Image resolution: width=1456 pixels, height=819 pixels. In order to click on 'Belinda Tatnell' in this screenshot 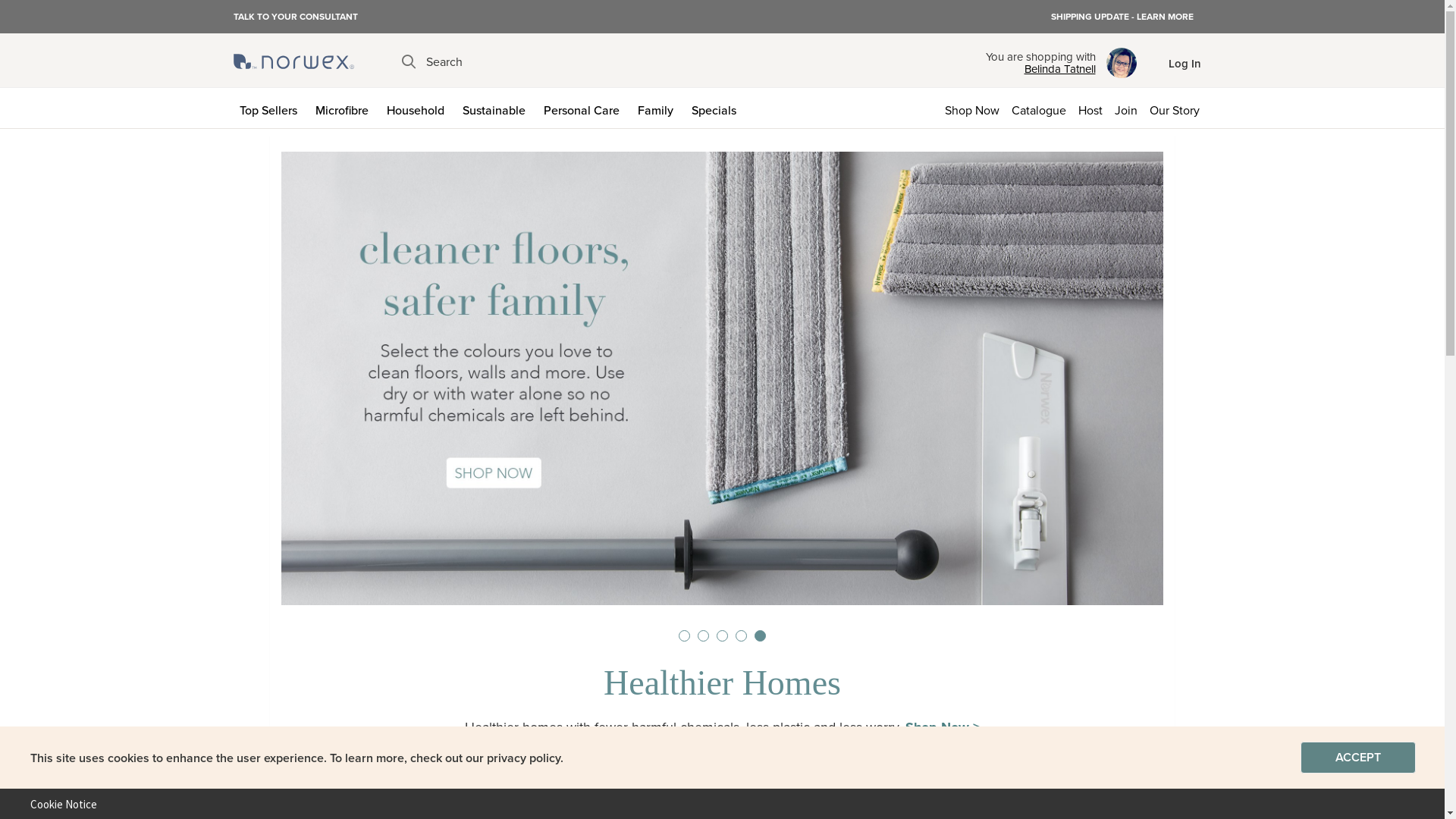, I will do `click(1040, 69)`.